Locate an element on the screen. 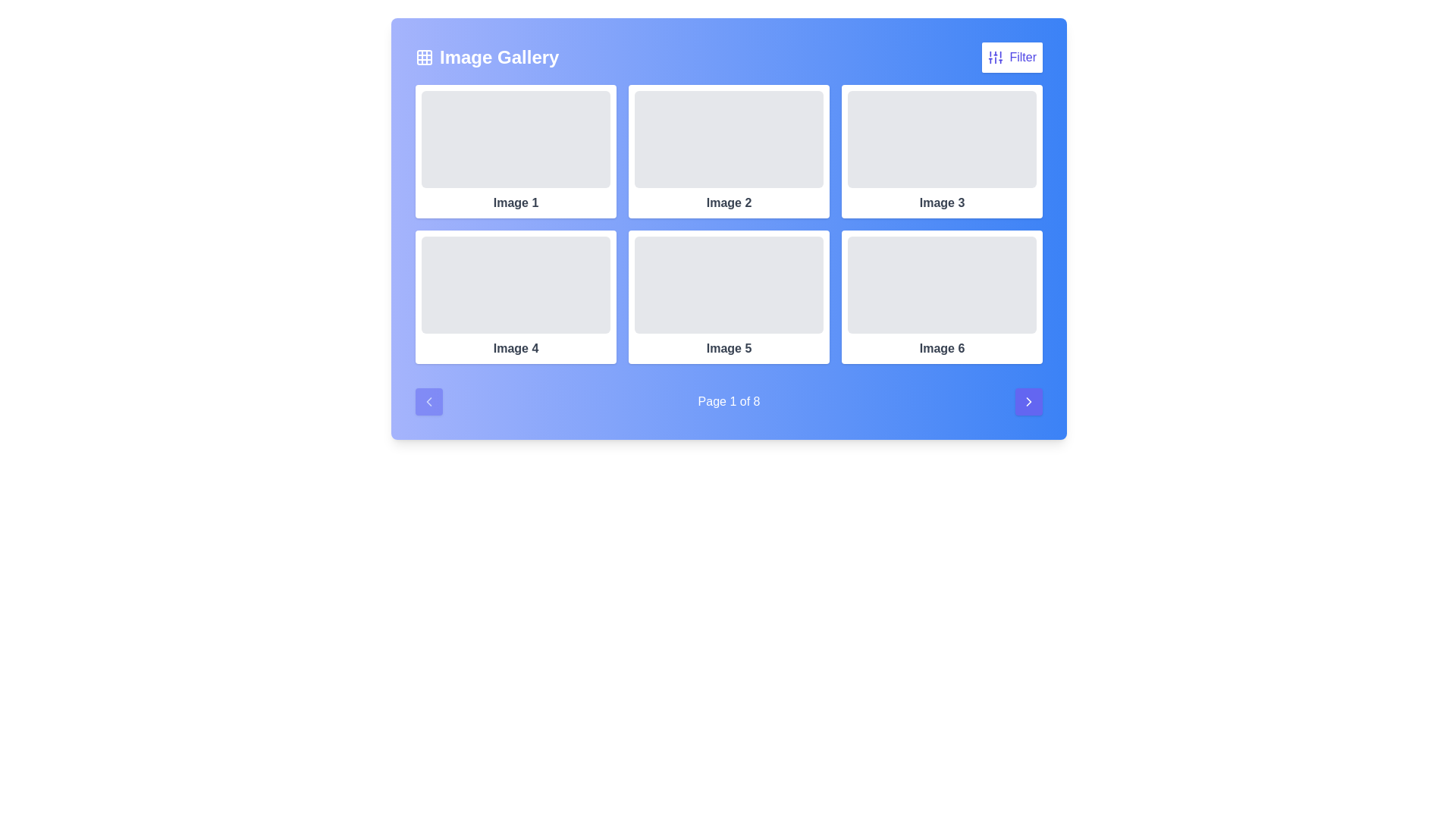 The height and width of the screenshot is (819, 1456). the text label displaying 'Image 4', which is located at the bottom center of the card in the second row of the grid under 'Image Gallery' is located at coordinates (516, 348).